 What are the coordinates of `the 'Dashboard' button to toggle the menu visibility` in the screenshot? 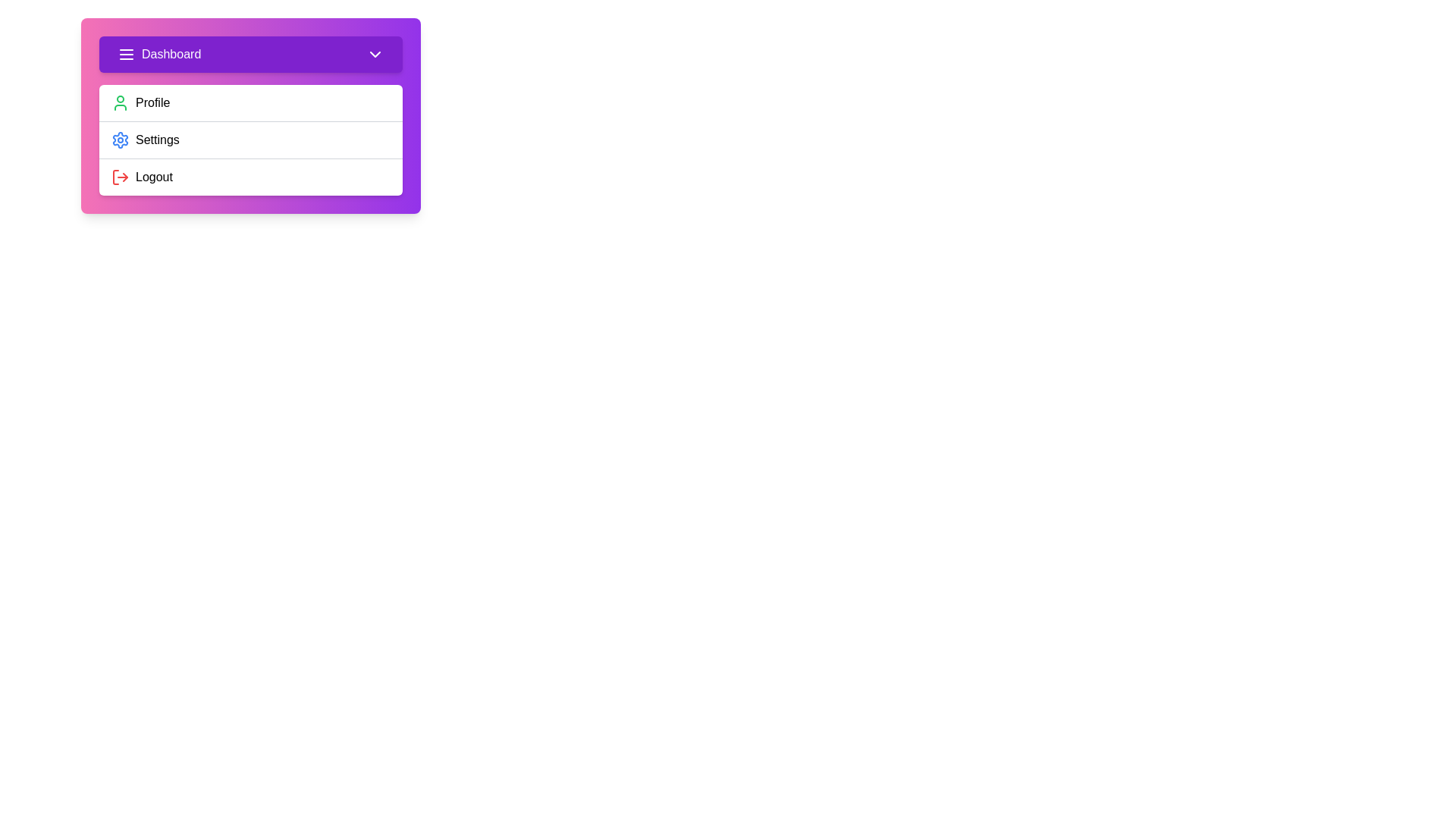 It's located at (251, 54).